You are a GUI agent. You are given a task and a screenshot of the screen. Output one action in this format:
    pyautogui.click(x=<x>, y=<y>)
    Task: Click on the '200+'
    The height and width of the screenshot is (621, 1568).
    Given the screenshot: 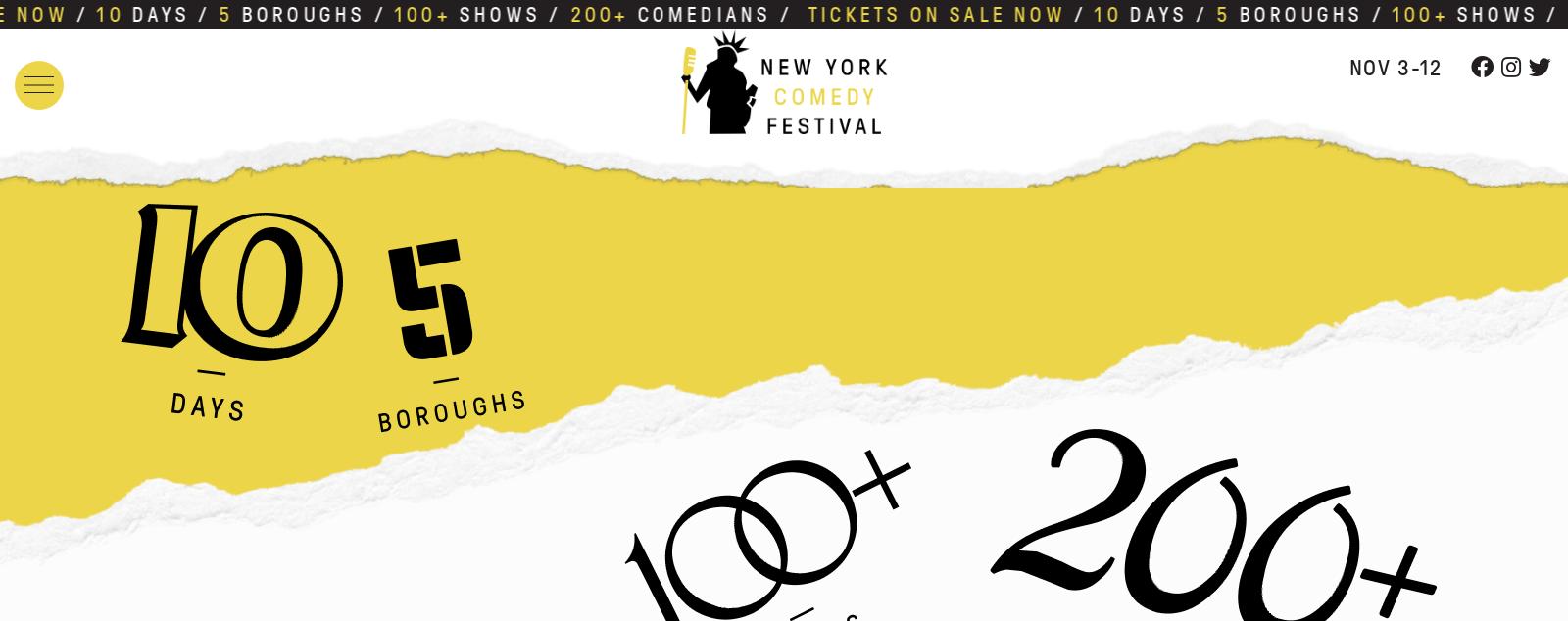 What is the action you would take?
    pyautogui.click(x=586, y=15)
    